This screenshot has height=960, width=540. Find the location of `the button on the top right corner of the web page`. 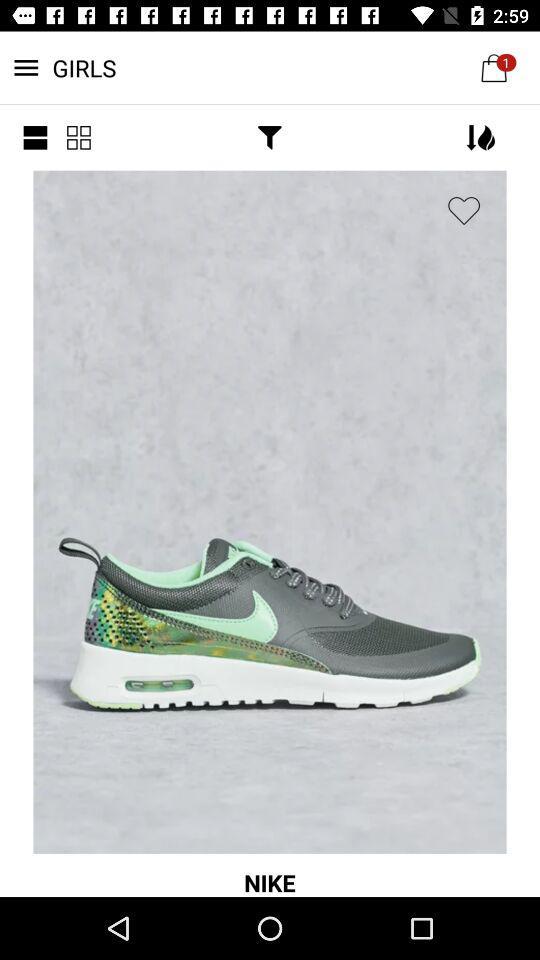

the button on the top right corner of the web page is located at coordinates (493, 67).